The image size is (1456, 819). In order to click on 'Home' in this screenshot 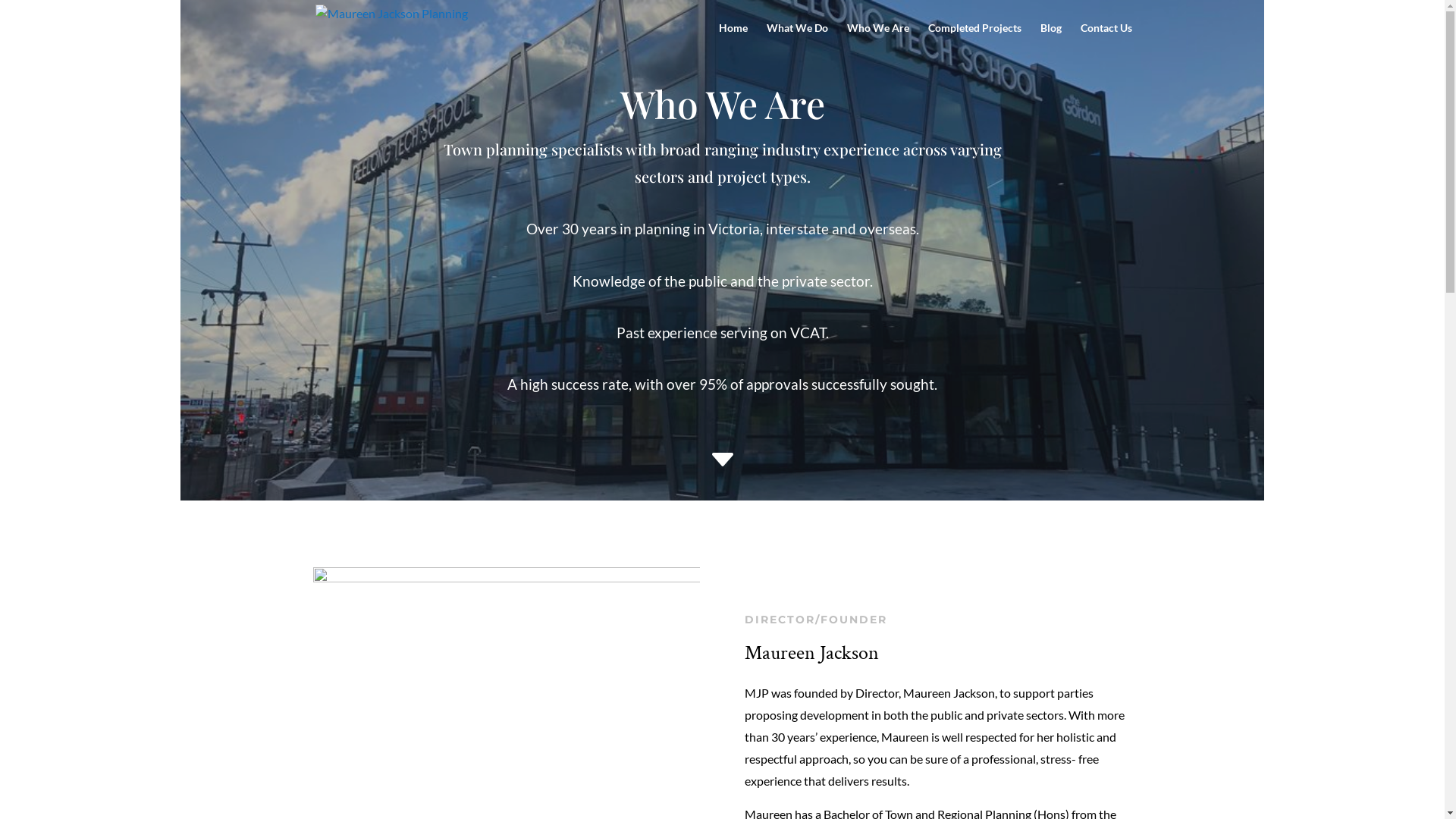, I will do `click(733, 38)`.